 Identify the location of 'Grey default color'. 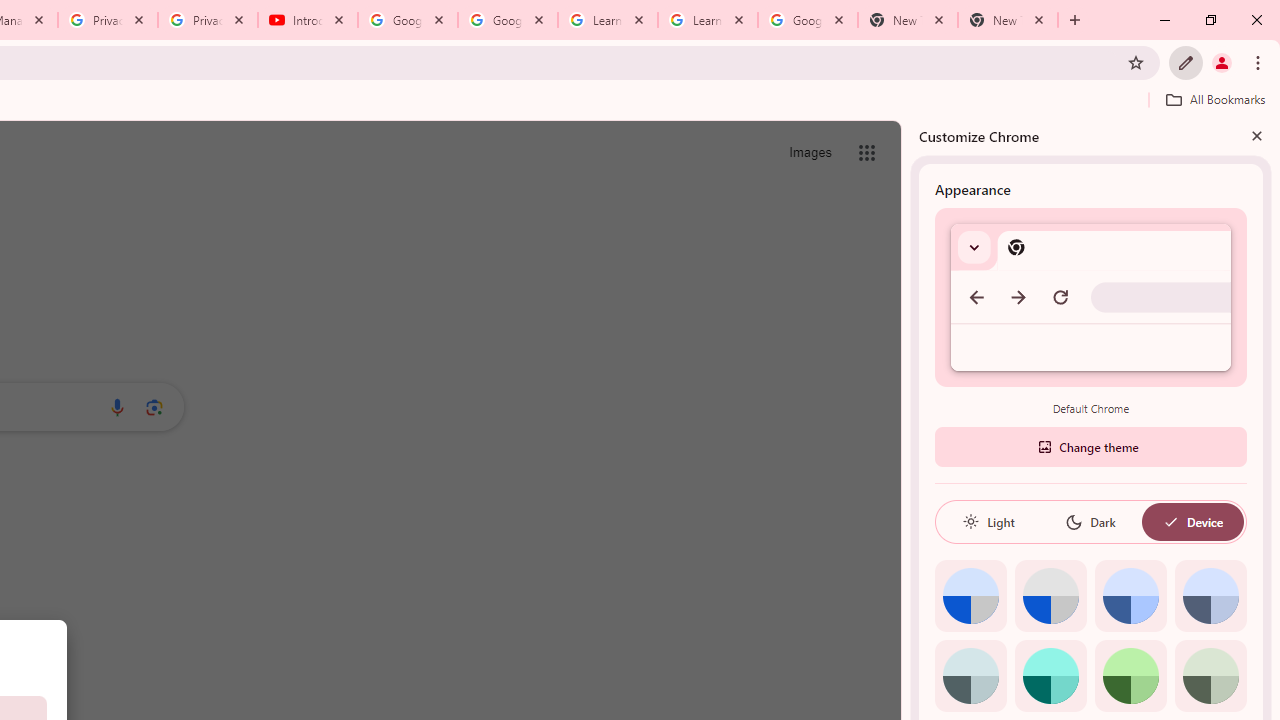
(1049, 595).